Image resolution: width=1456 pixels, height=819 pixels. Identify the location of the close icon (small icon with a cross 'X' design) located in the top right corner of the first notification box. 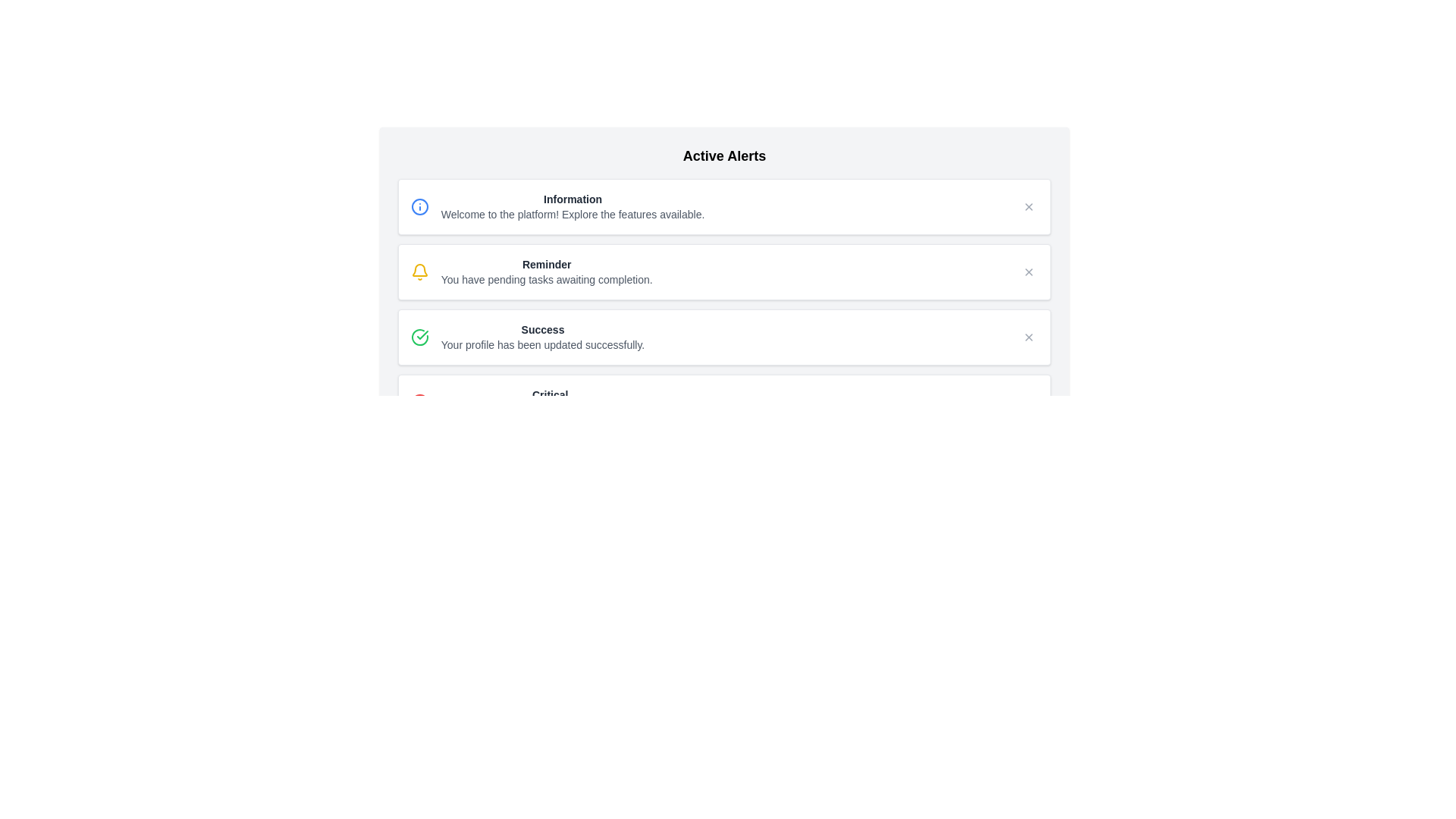
(1029, 207).